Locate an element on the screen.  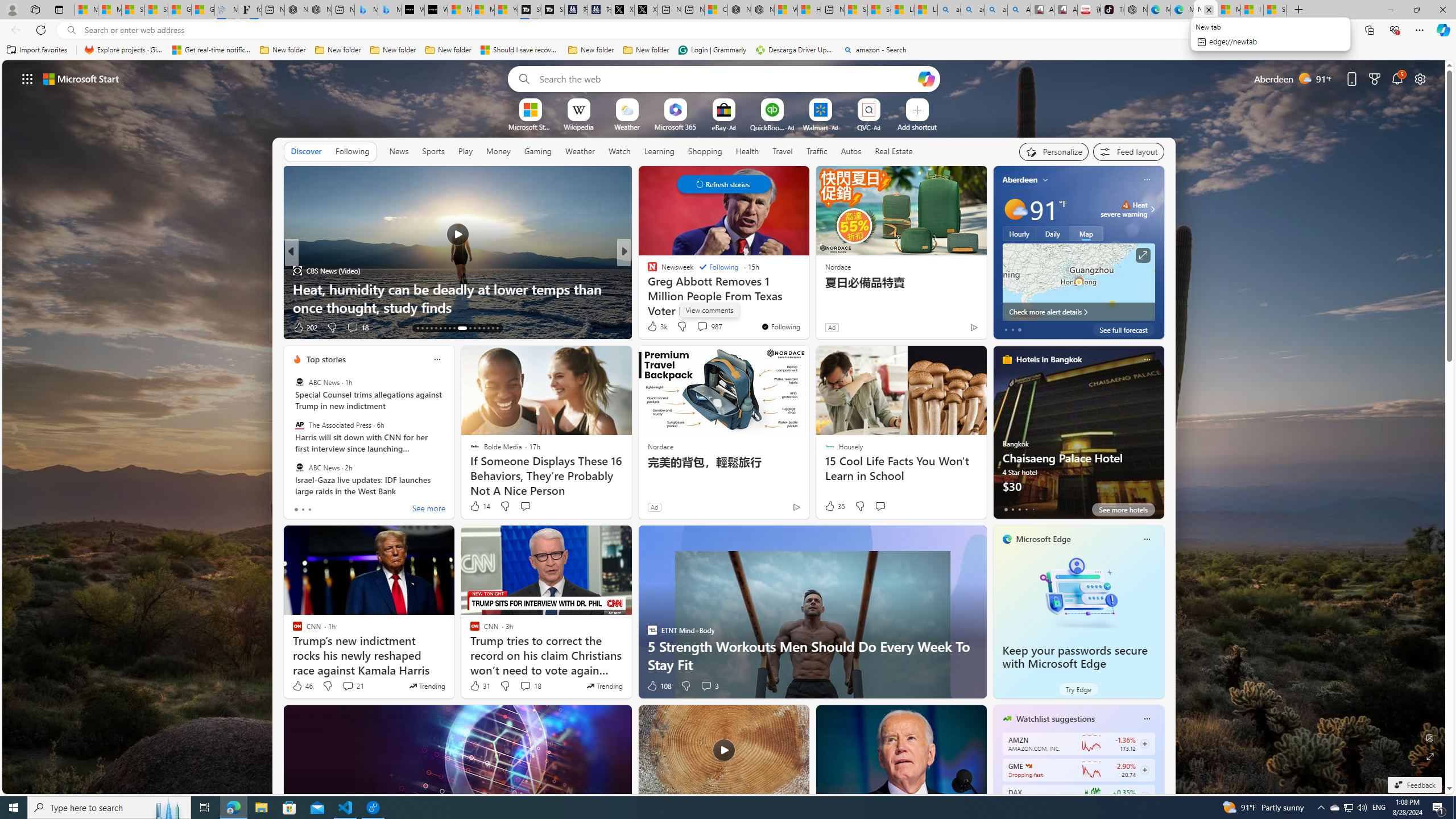
'View comments 1 Comment' is located at coordinates (702, 327).